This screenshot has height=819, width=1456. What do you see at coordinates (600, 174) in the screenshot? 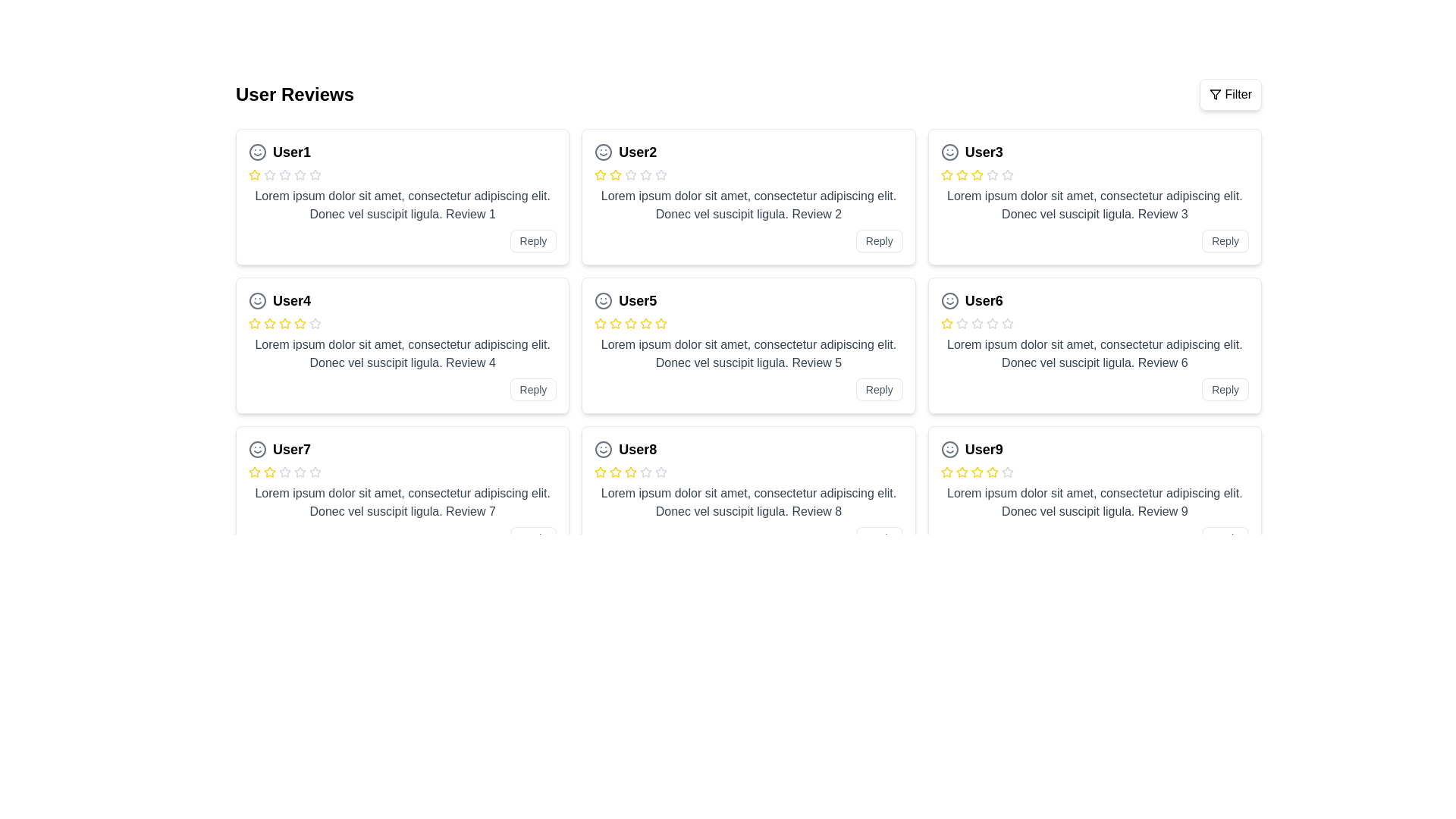
I see `the second yellow star outline in the rating section of the review card for 'User2'` at bounding box center [600, 174].